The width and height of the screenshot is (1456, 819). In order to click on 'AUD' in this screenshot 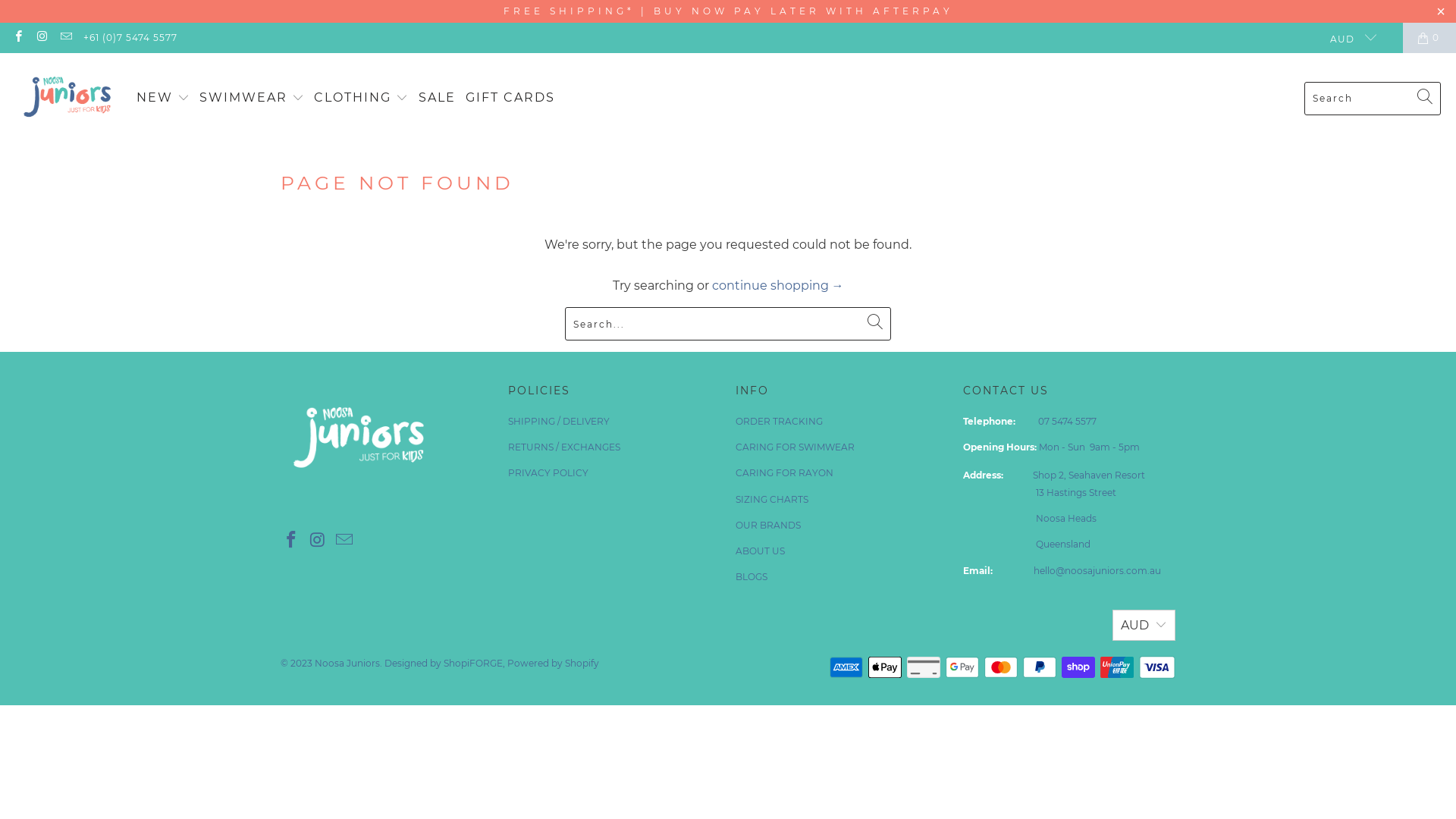, I will do `click(1316, 37)`.